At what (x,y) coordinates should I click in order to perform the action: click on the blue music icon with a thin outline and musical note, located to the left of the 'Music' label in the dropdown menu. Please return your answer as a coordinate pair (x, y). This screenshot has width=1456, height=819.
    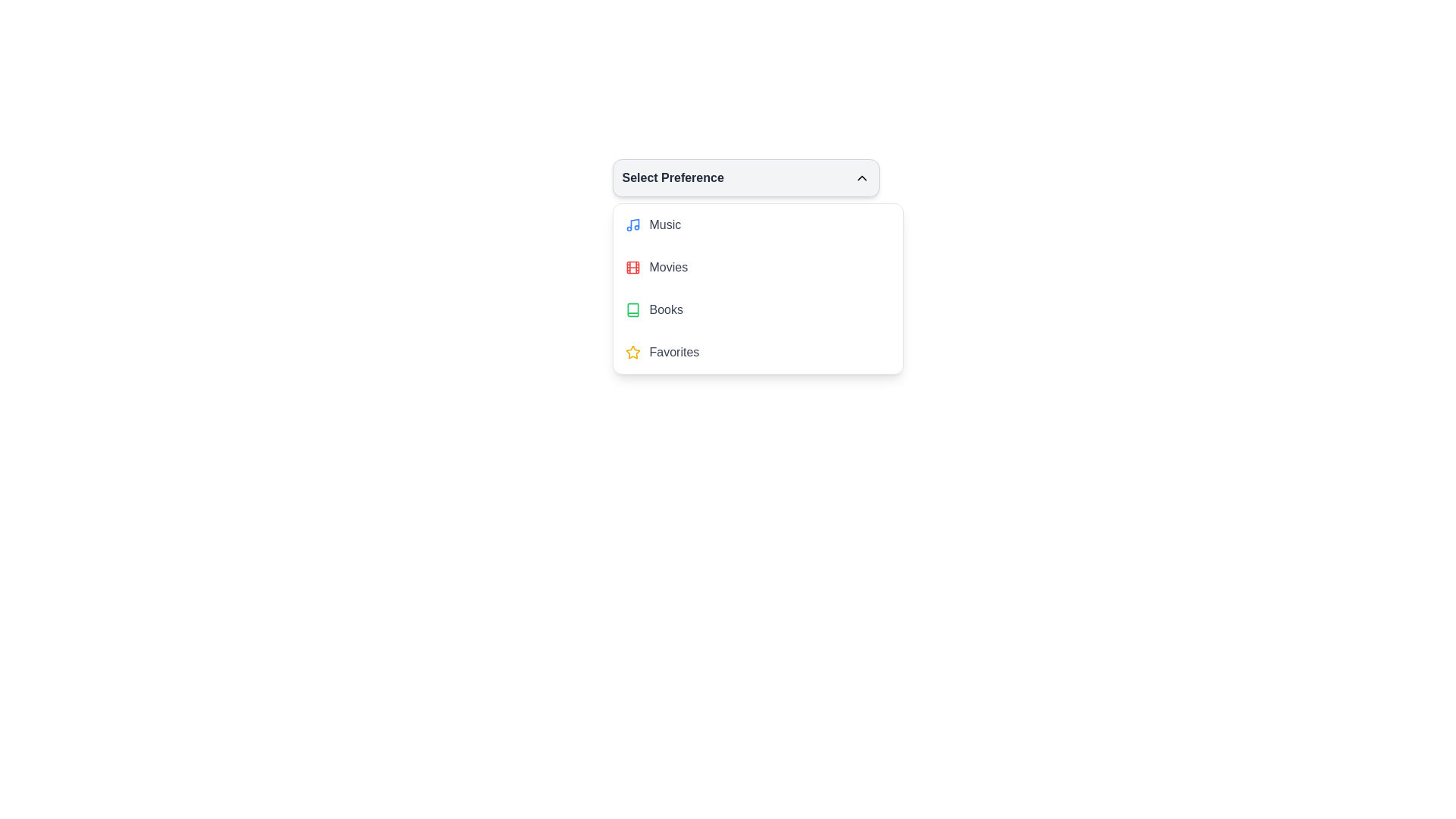
    Looking at the image, I should click on (632, 225).